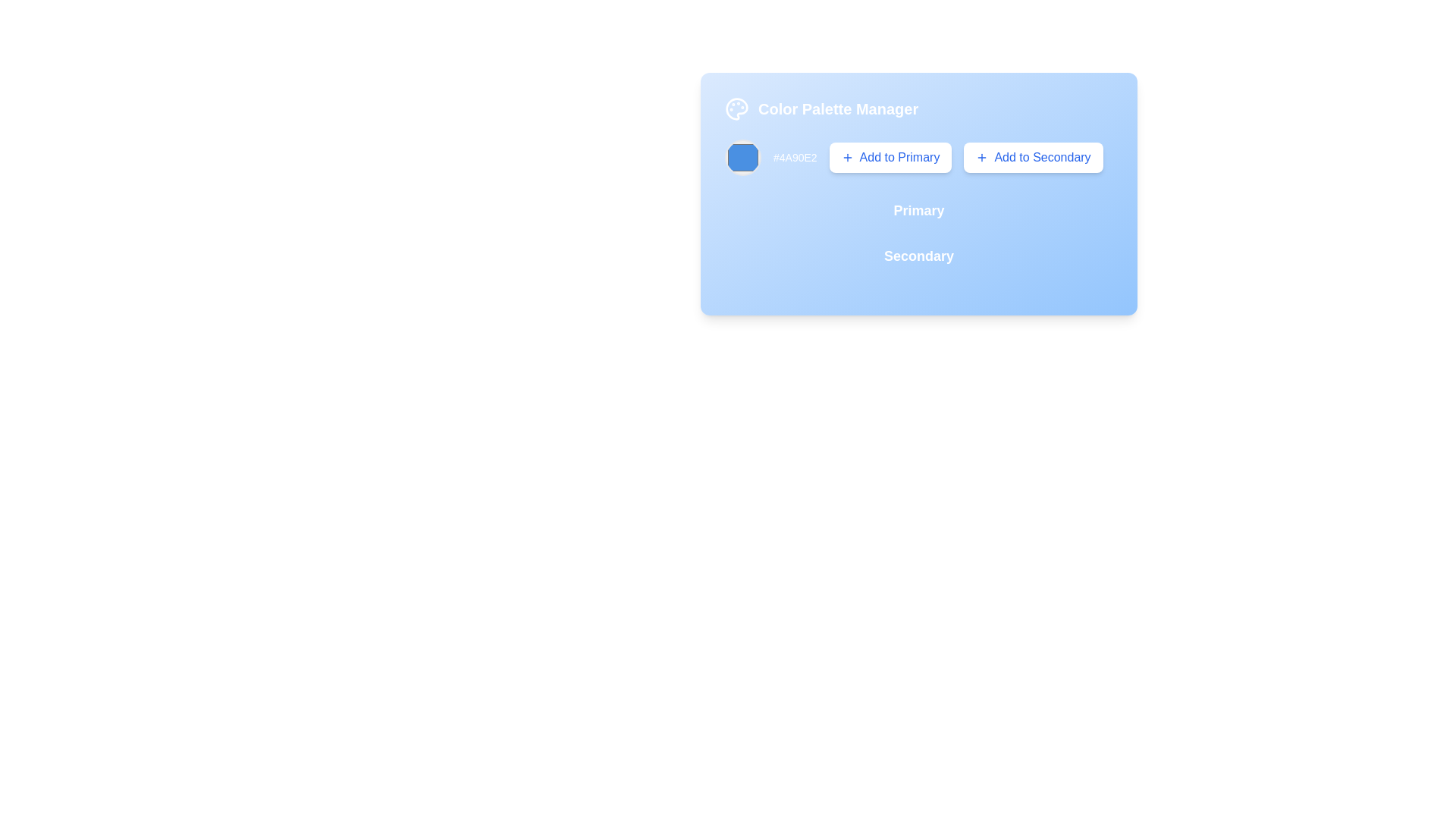 Image resolution: width=1456 pixels, height=819 pixels. I want to click on the small, square-shaped plus icon located to the left of the 'Add to Primary' button, so click(846, 158).